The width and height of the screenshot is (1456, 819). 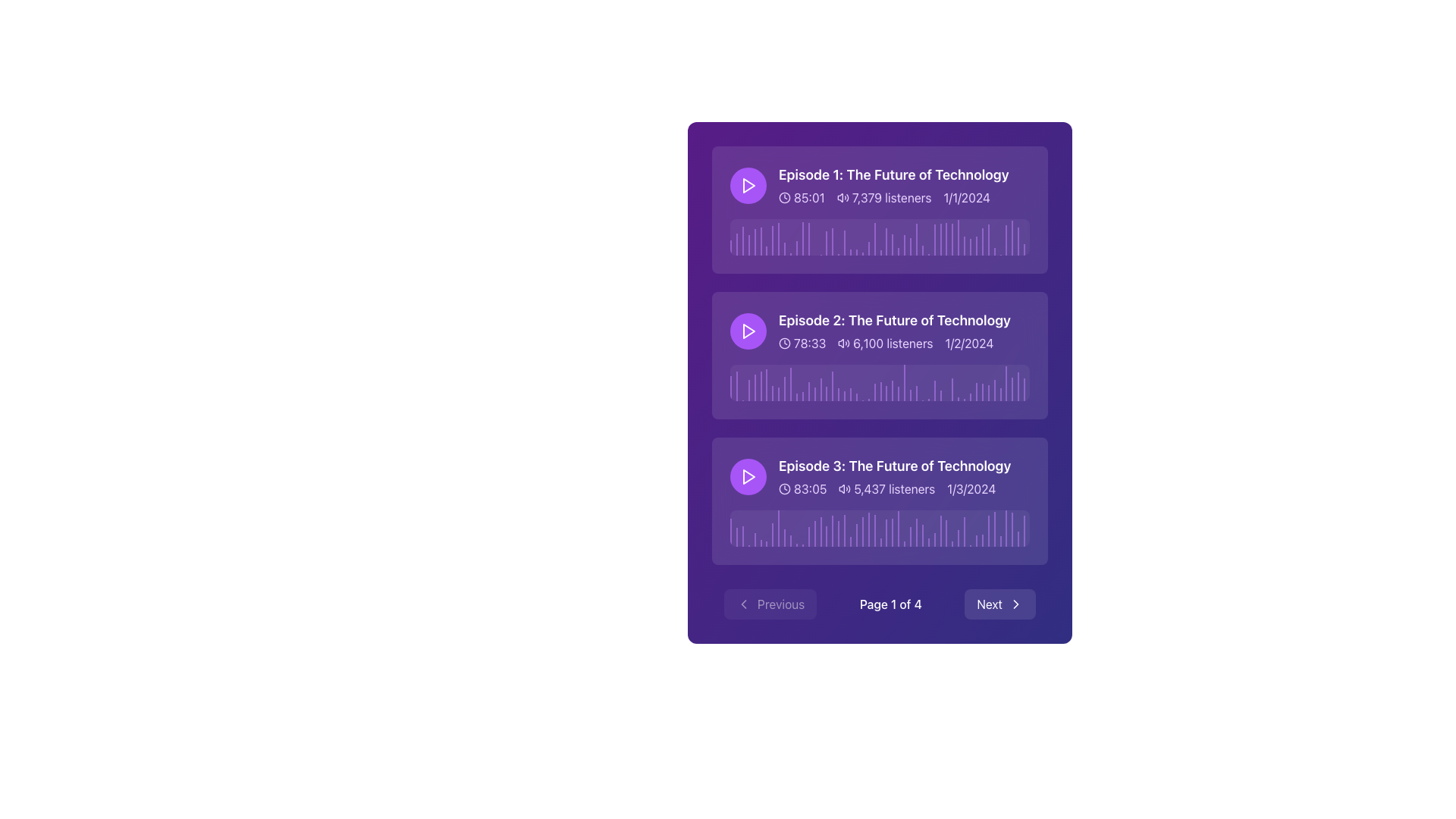 I want to click on the Content summary block, which serves as a summary for a specific media episode located at the top of a vertically arranged list, just beneath the play button icon, so click(x=880, y=185).